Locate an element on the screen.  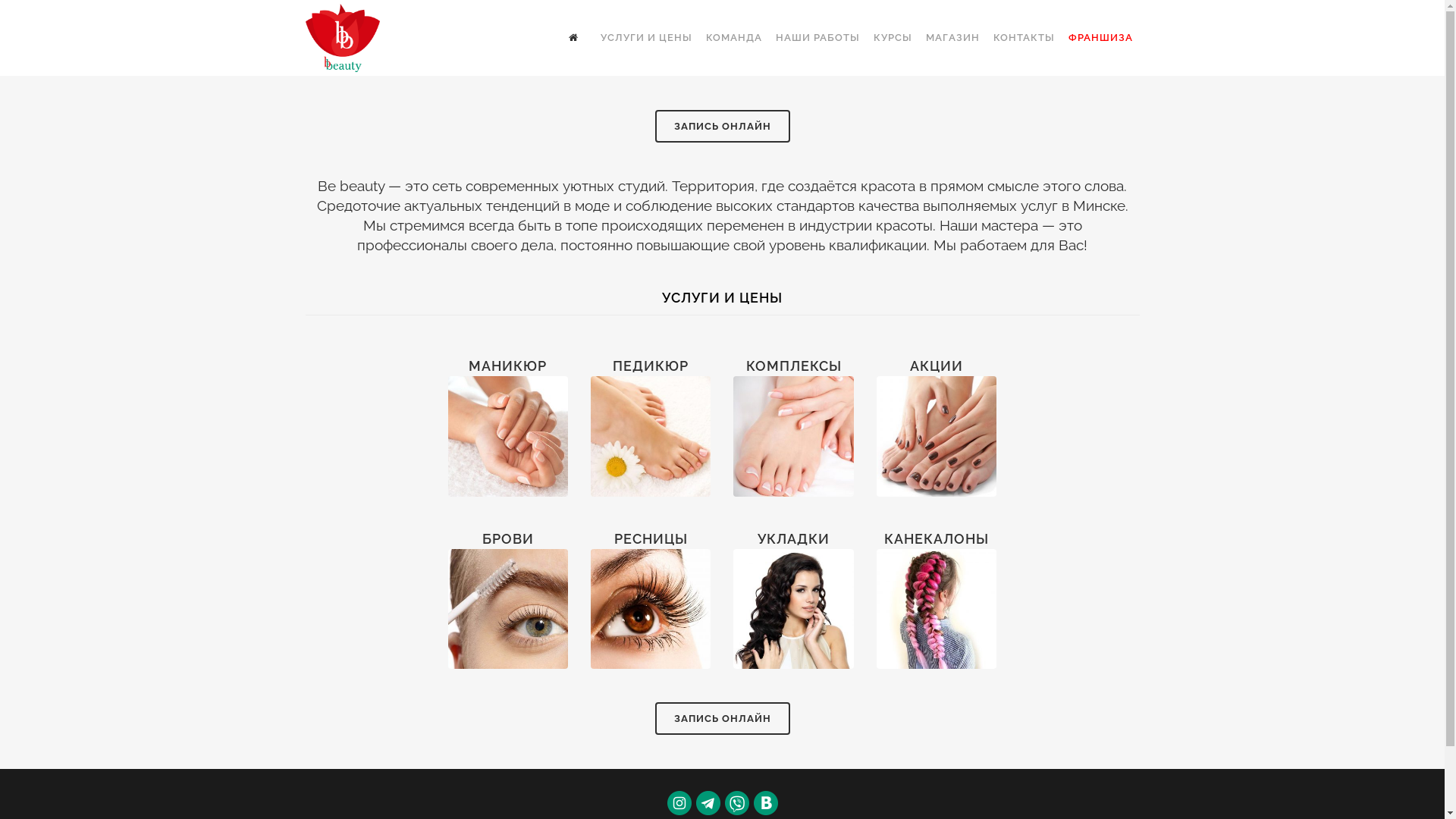
' ' is located at coordinates (560, 37).